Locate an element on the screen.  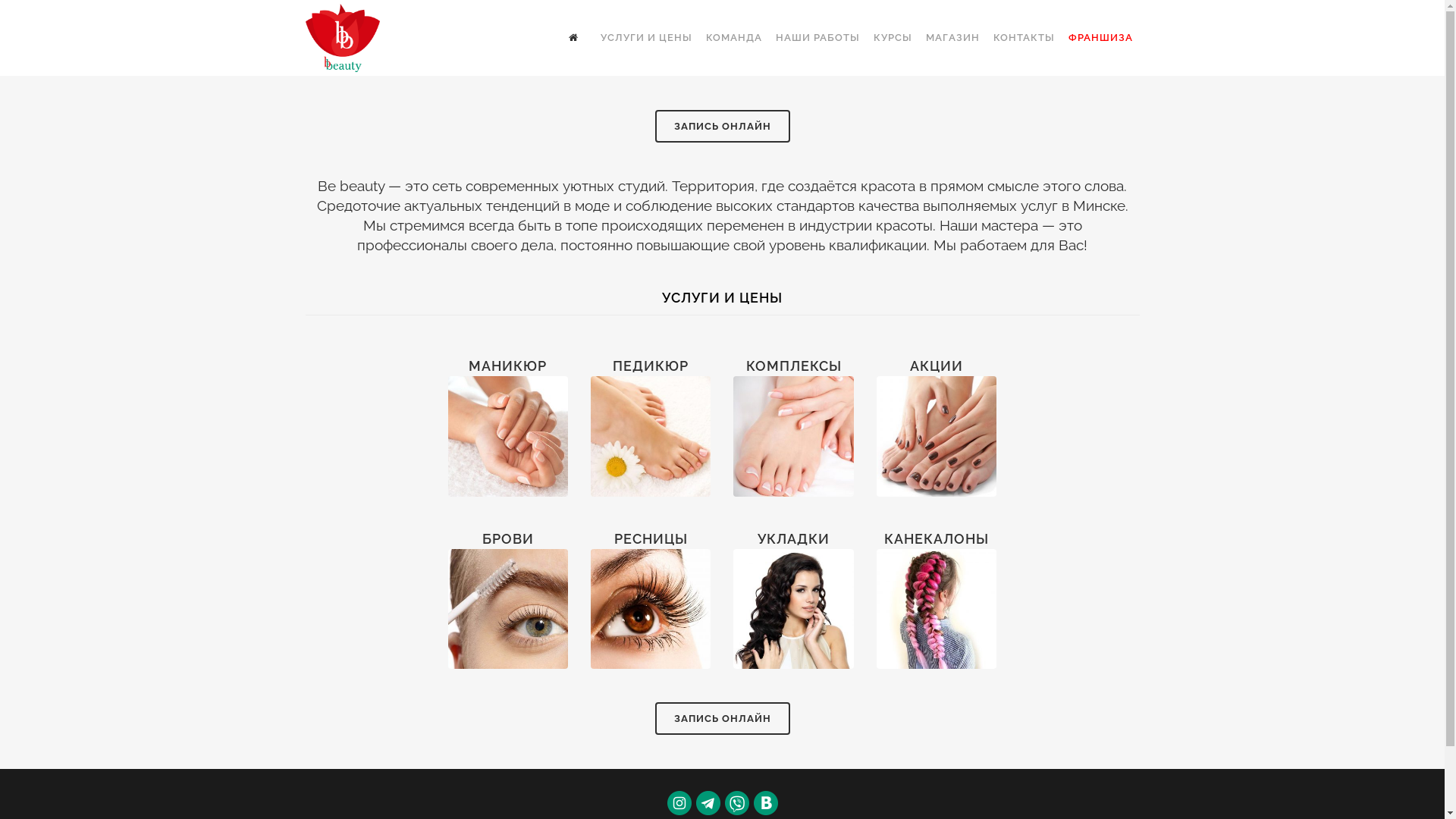
' ' is located at coordinates (560, 37).